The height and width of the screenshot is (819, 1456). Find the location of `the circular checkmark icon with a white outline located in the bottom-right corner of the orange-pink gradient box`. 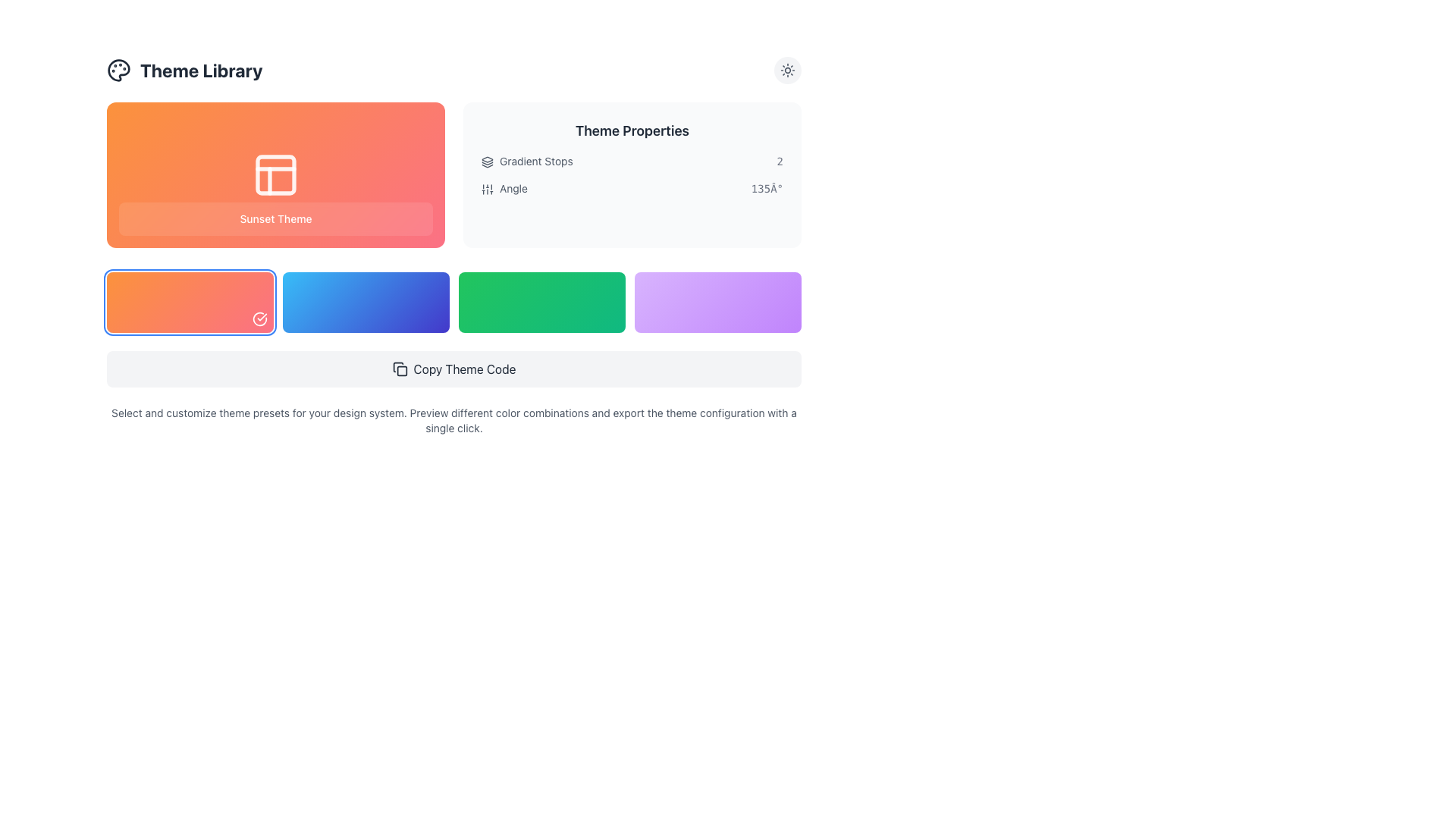

the circular checkmark icon with a white outline located in the bottom-right corner of the orange-pink gradient box is located at coordinates (259, 318).